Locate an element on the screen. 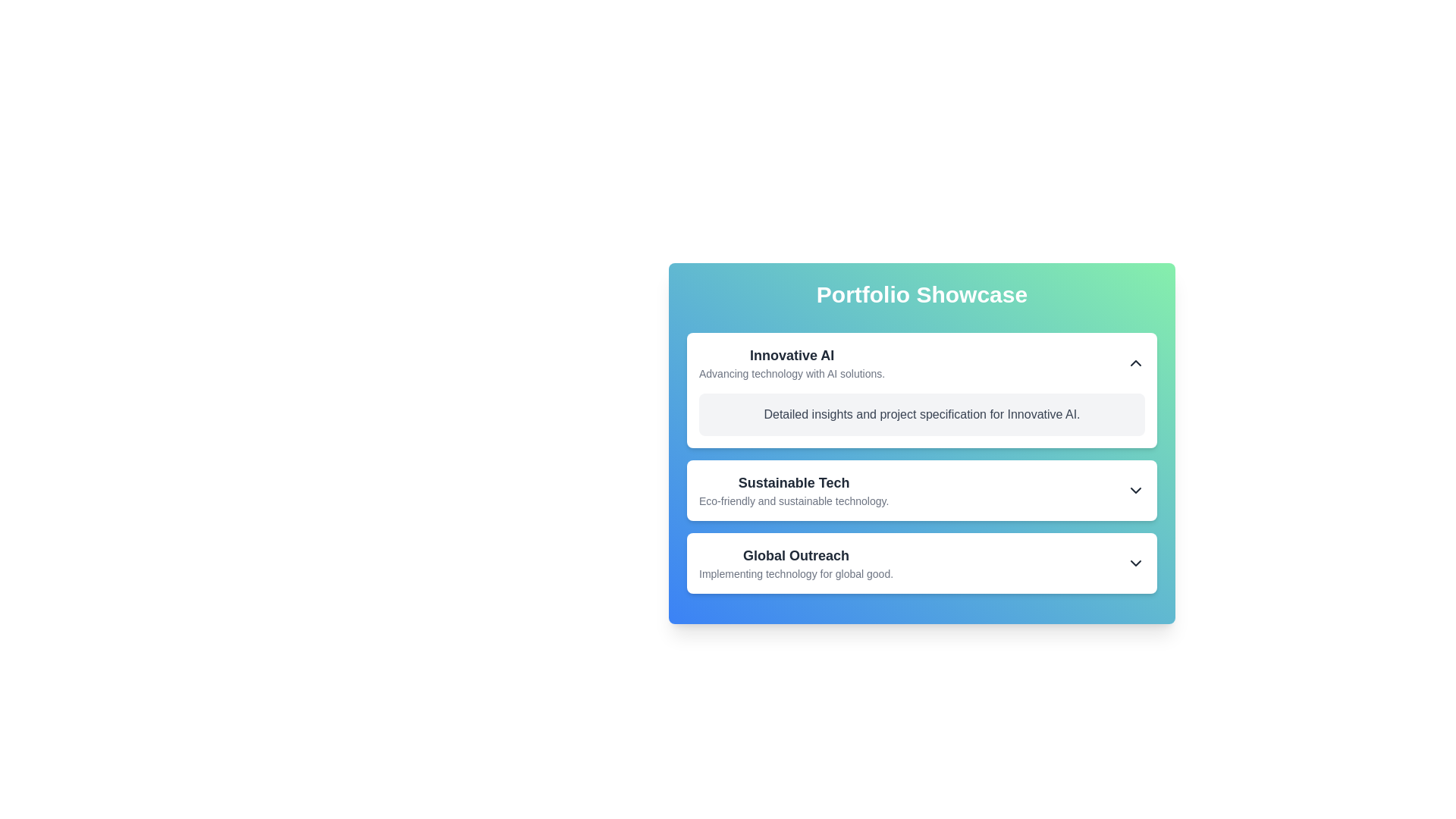 The width and height of the screenshot is (1456, 819). the list item titled 'Sustainable Tech' is located at coordinates (921, 491).